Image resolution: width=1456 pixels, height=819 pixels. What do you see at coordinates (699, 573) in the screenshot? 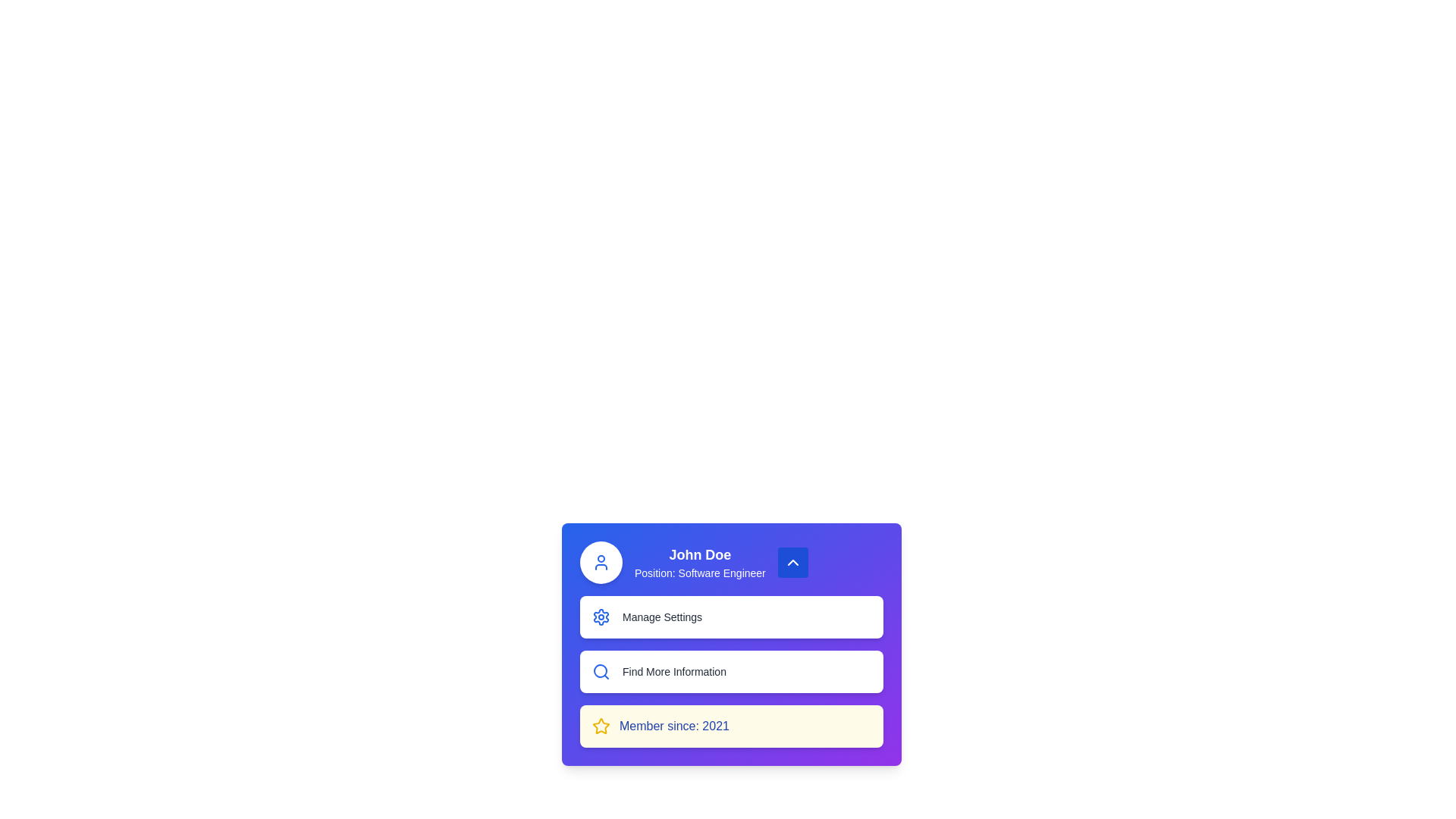
I see `the text label displaying 'Position: Software Engineer', which is styled with a smaller font size and is located directly beneath the title 'John Doe'` at bounding box center [699, 573].